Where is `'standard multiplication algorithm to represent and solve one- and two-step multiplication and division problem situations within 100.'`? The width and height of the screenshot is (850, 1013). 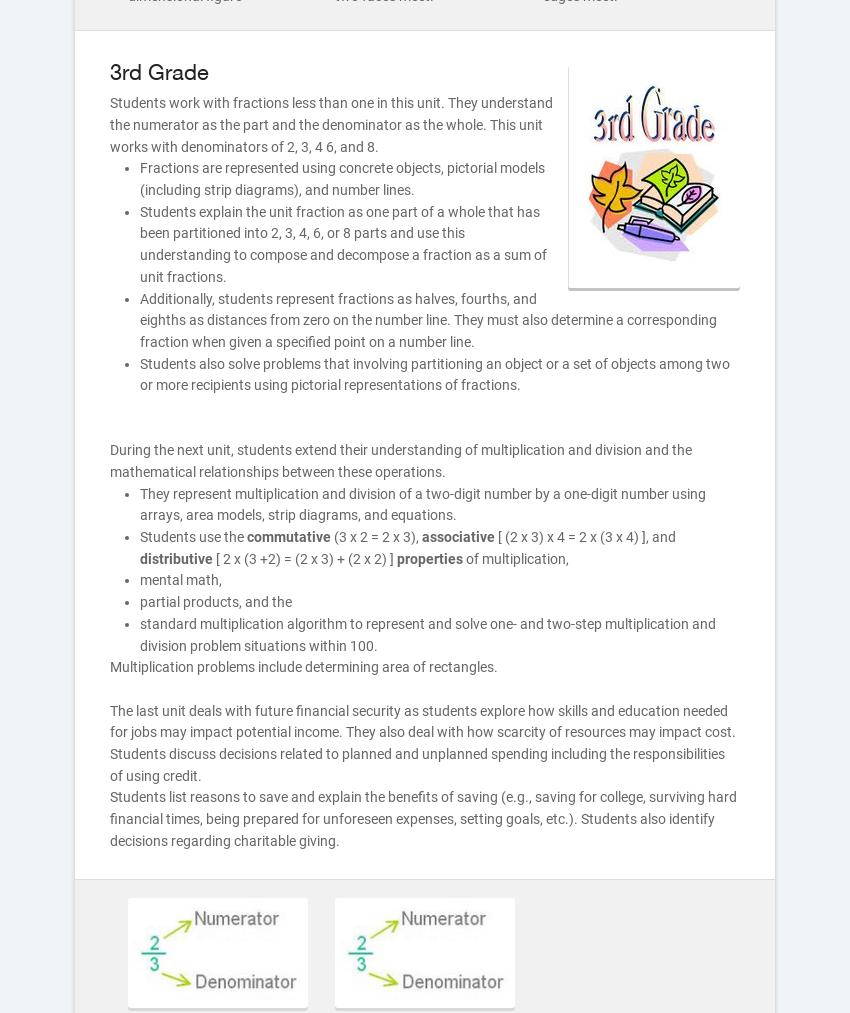 'standard multiplication algorithm to represent and solve one- and two-step multiplication and division problem situations within 100.' is located at coordinates (426, 633).